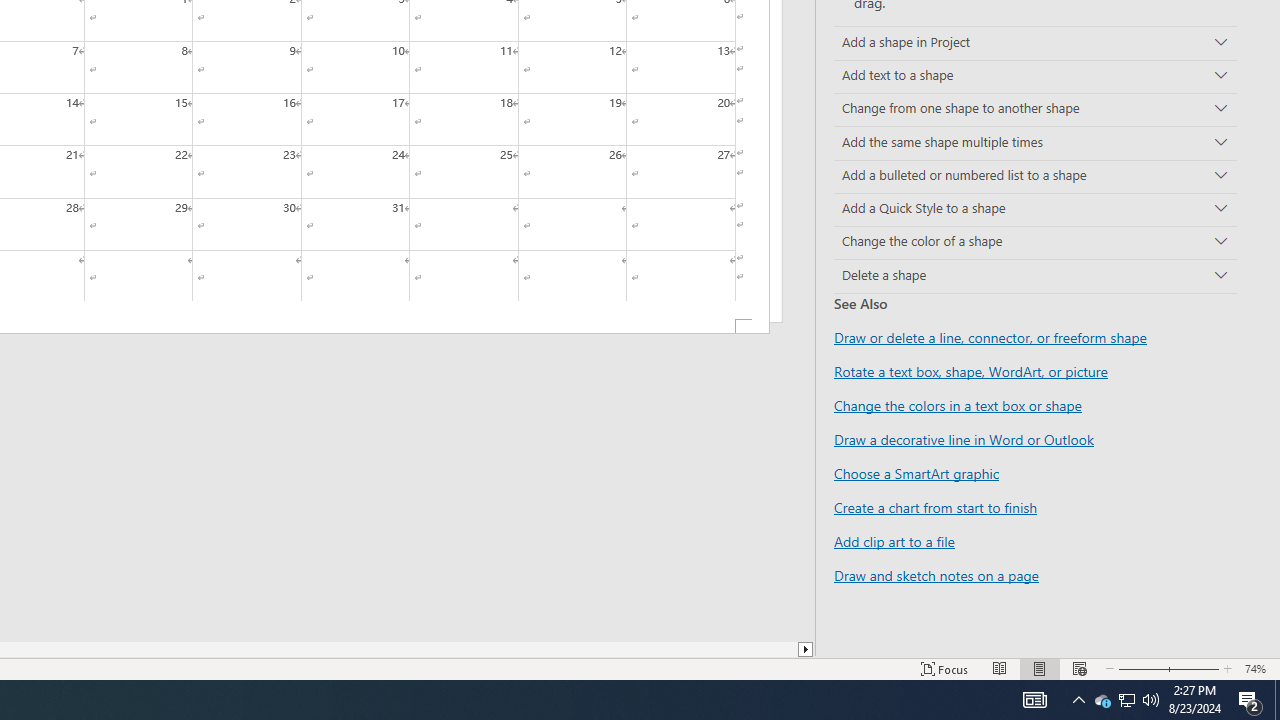  I want to click on 'Add text to a shape', so click(1035, 76).